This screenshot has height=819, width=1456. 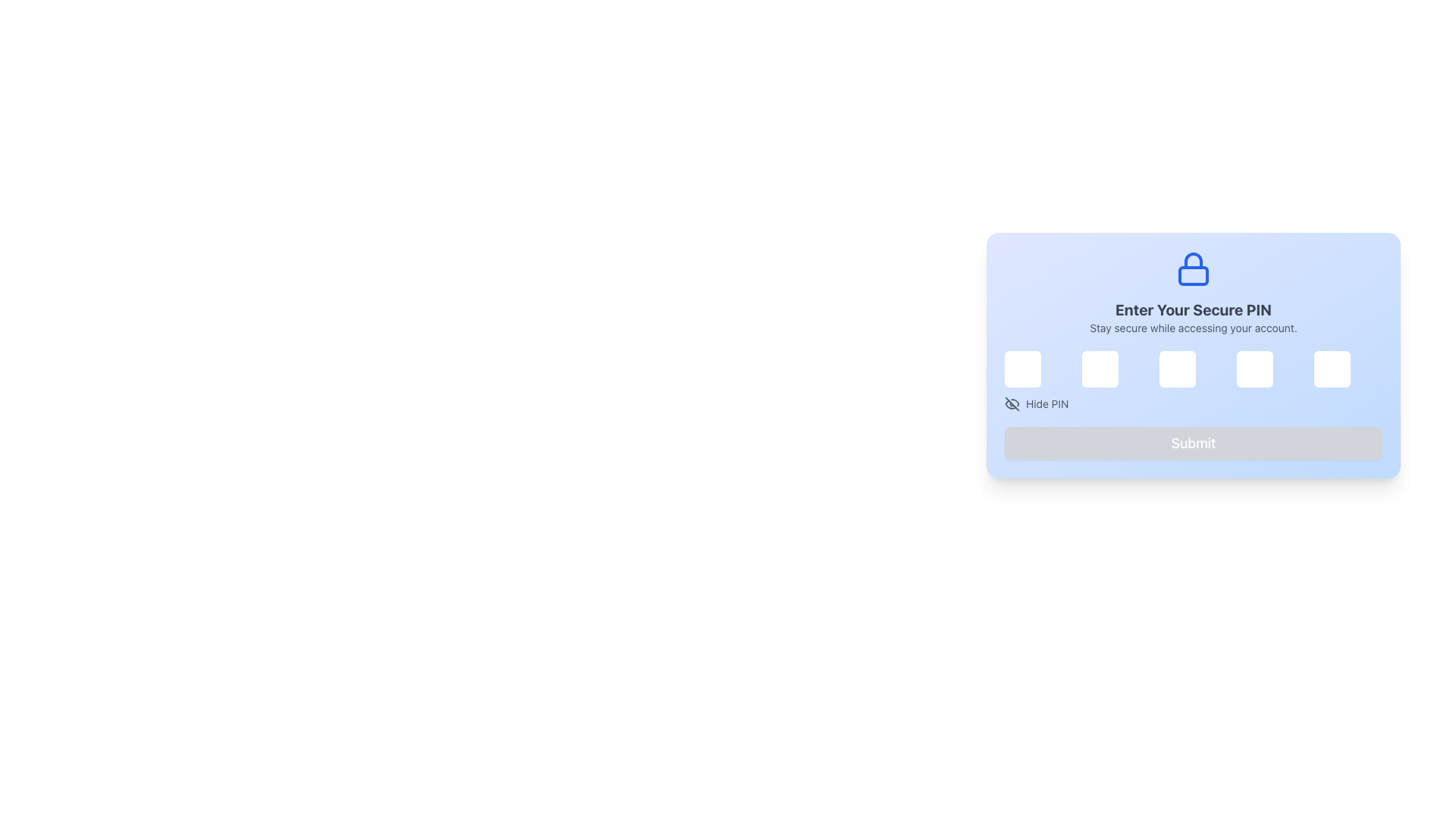 I want to click on the second text label that provides guidance on security, situated below the title 'Enter Your Secure PIN' and above the PIN input fields, so click(x=1193, y=327).